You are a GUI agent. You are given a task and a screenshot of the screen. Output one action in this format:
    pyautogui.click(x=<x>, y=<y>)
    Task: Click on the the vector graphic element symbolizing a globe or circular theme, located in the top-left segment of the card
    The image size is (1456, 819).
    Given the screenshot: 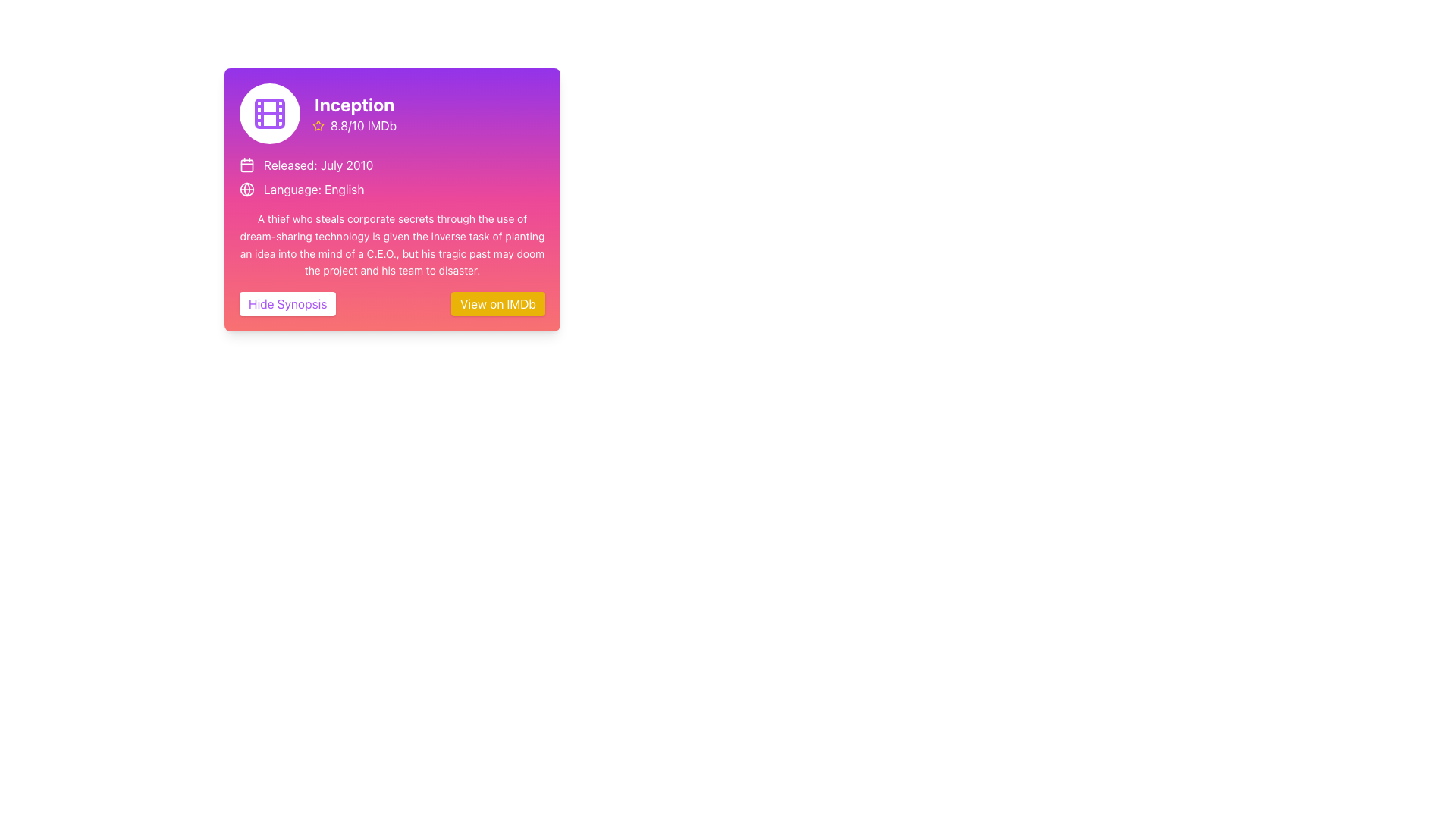 What is the action you would take?
    pyautogui.click(x=247, y=189)
    